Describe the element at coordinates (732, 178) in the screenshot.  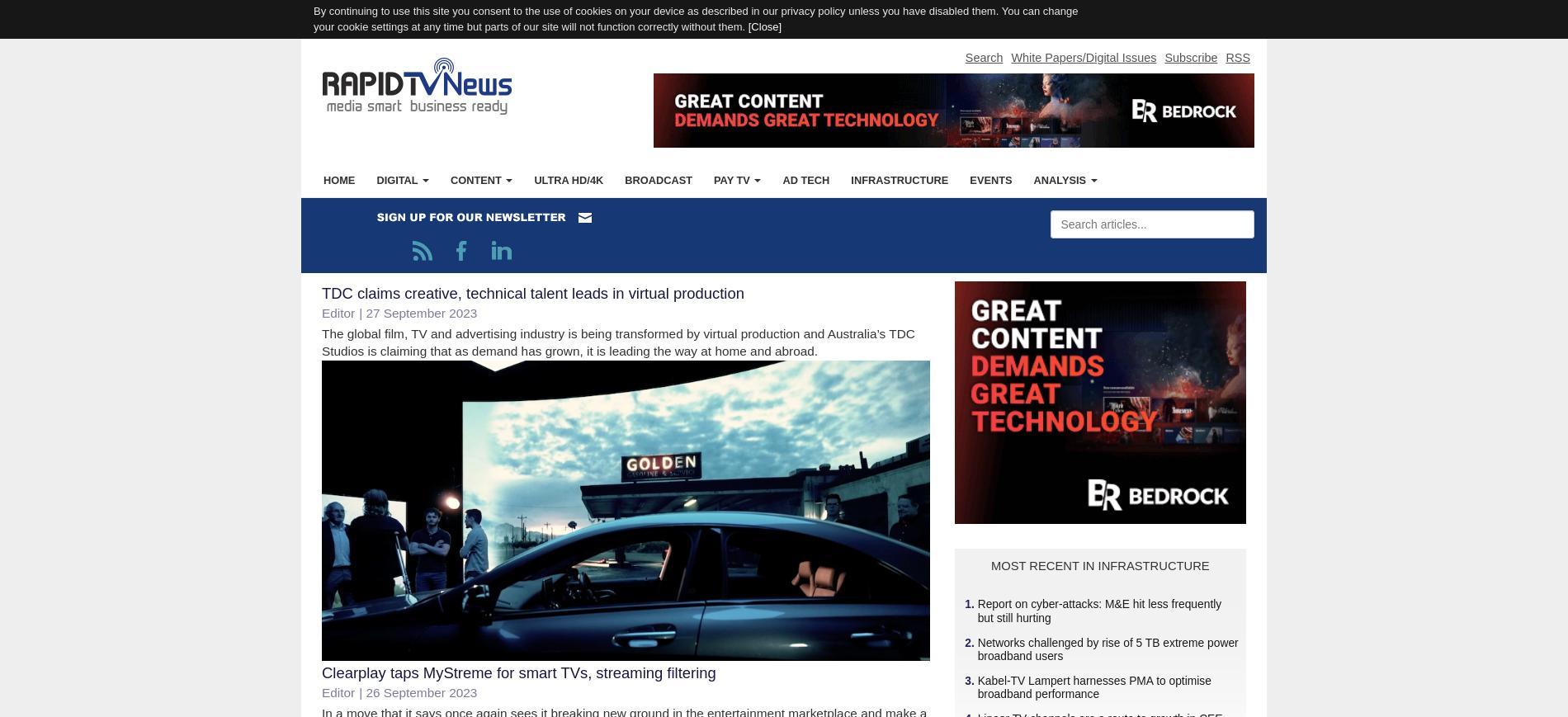
I see `'Pay TV'` at that location.